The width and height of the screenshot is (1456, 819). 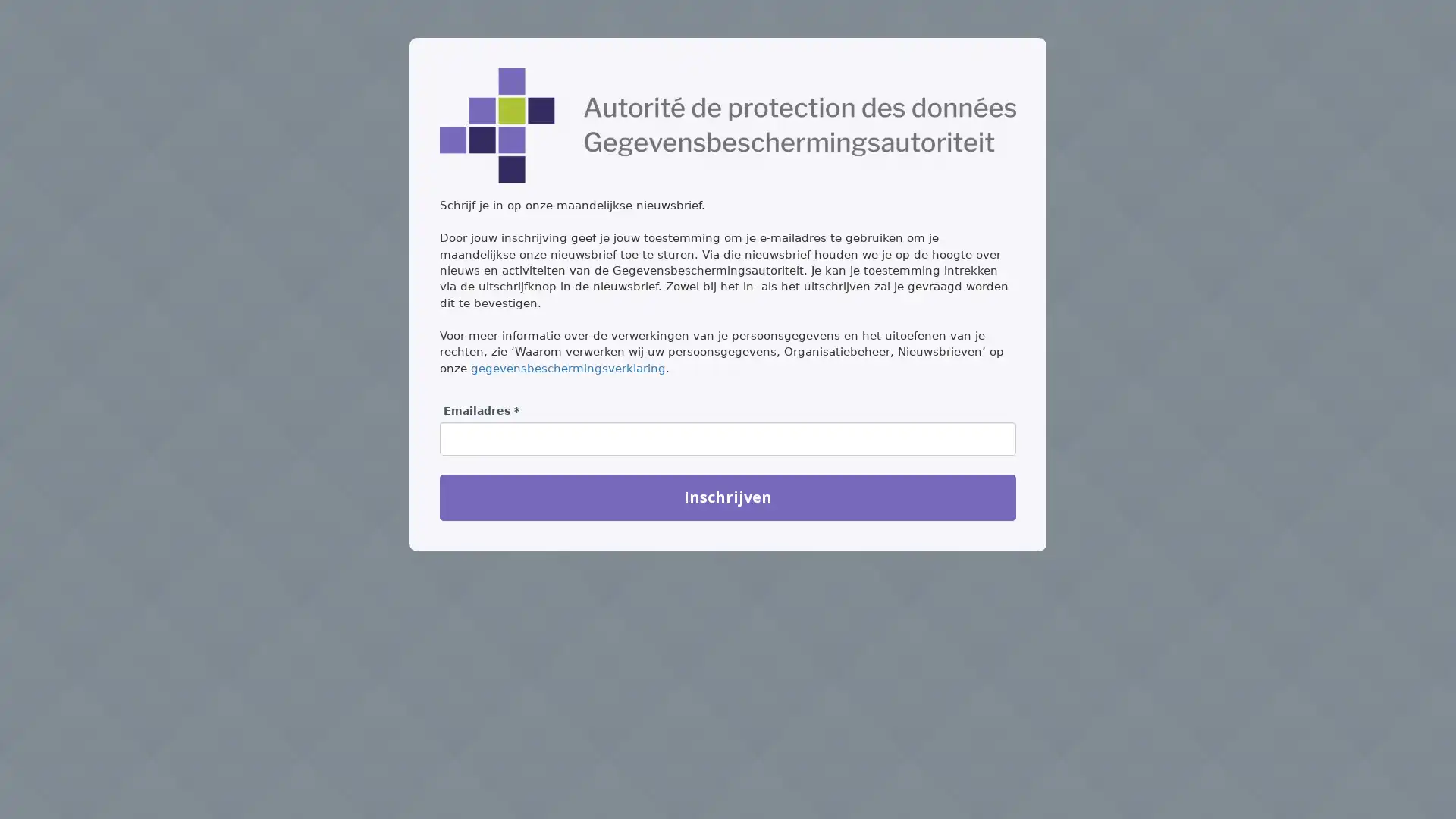 I want to click on Inschrijven, so click(x=728, y=497).